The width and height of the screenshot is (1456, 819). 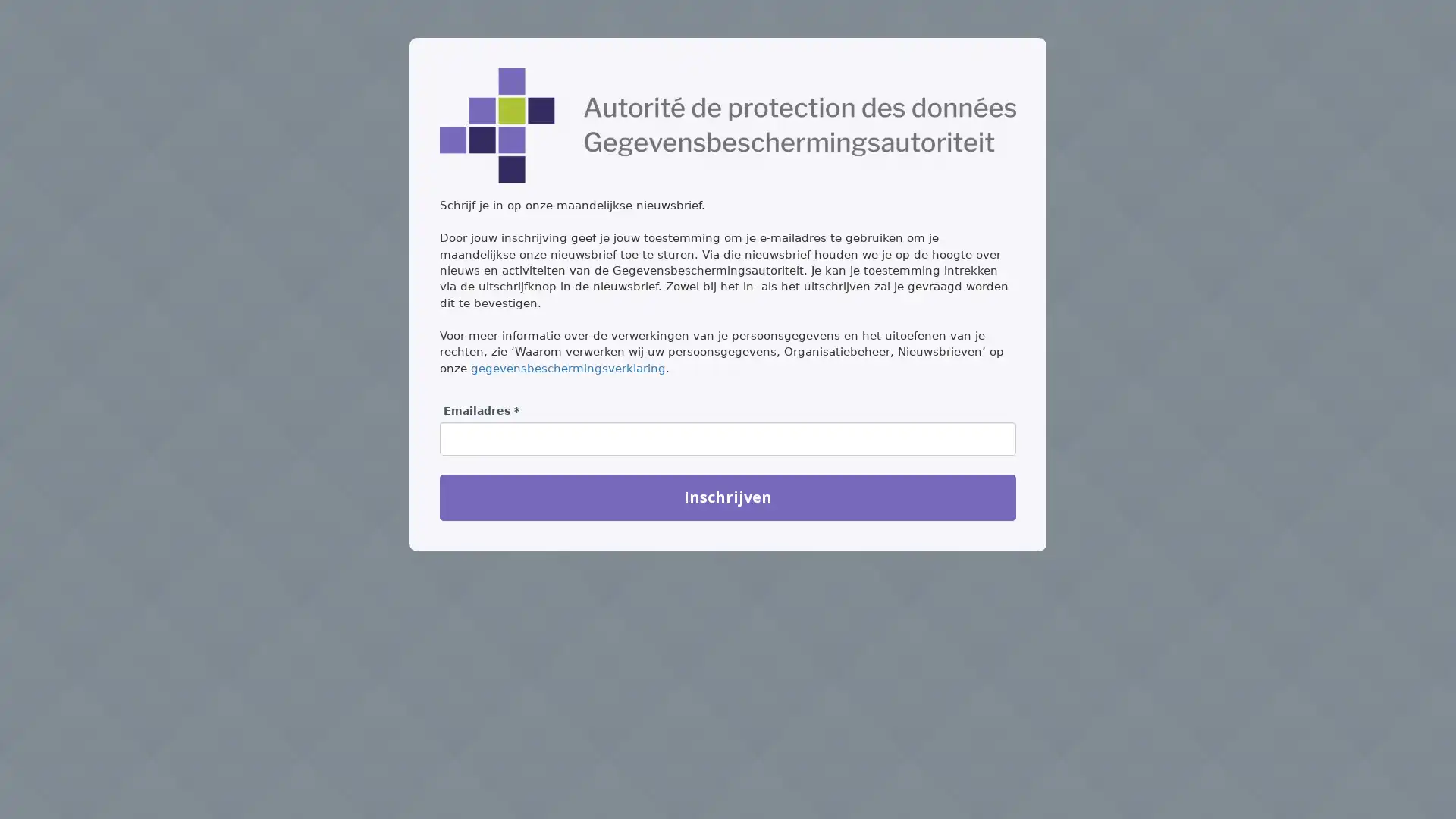 I want to click on Inschrijven, so click(x=728, y=497).